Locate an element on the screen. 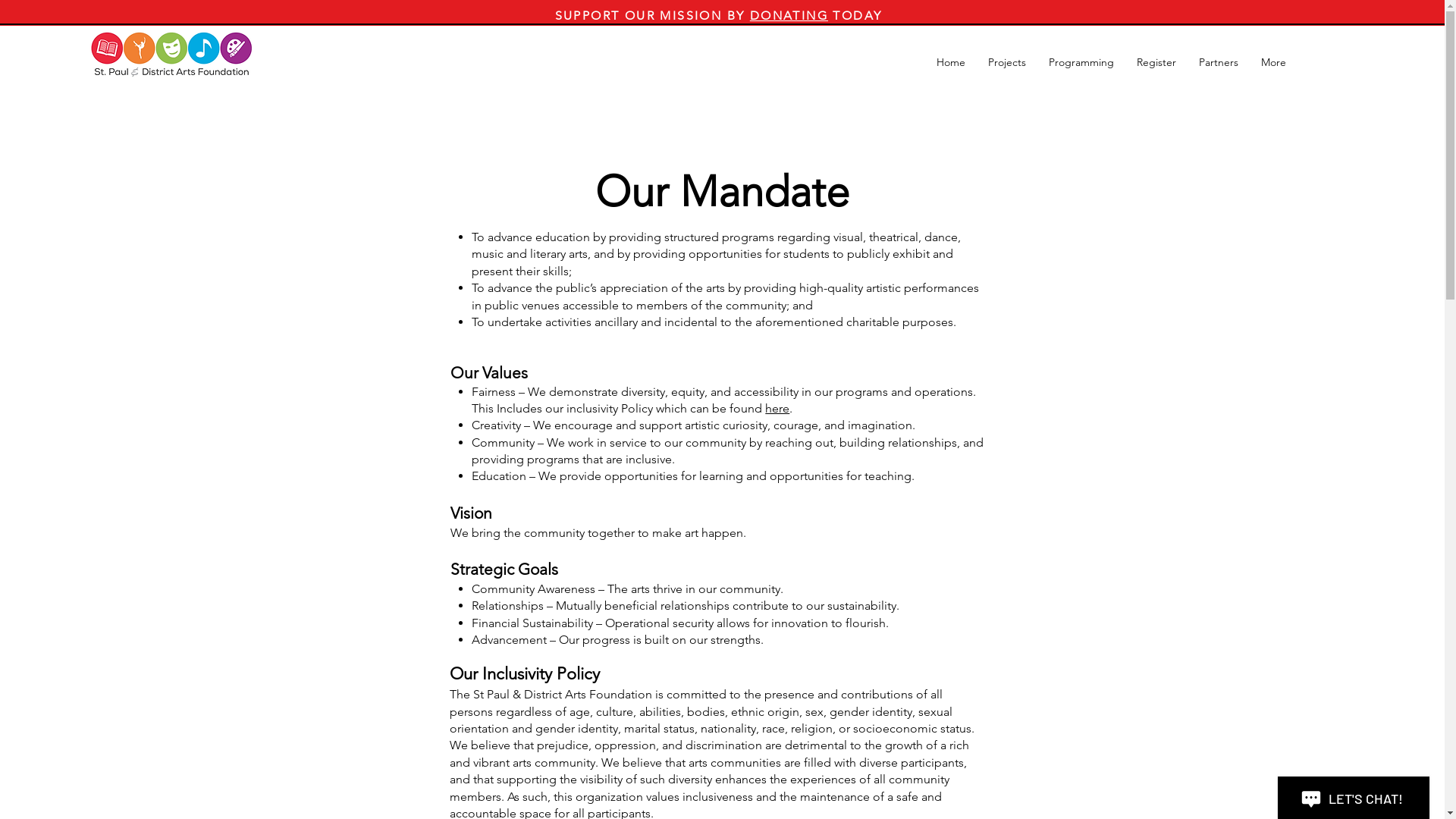 The width and height of the screenshot is (1456, 819). 'Home' is located at coordinates (949, 61).